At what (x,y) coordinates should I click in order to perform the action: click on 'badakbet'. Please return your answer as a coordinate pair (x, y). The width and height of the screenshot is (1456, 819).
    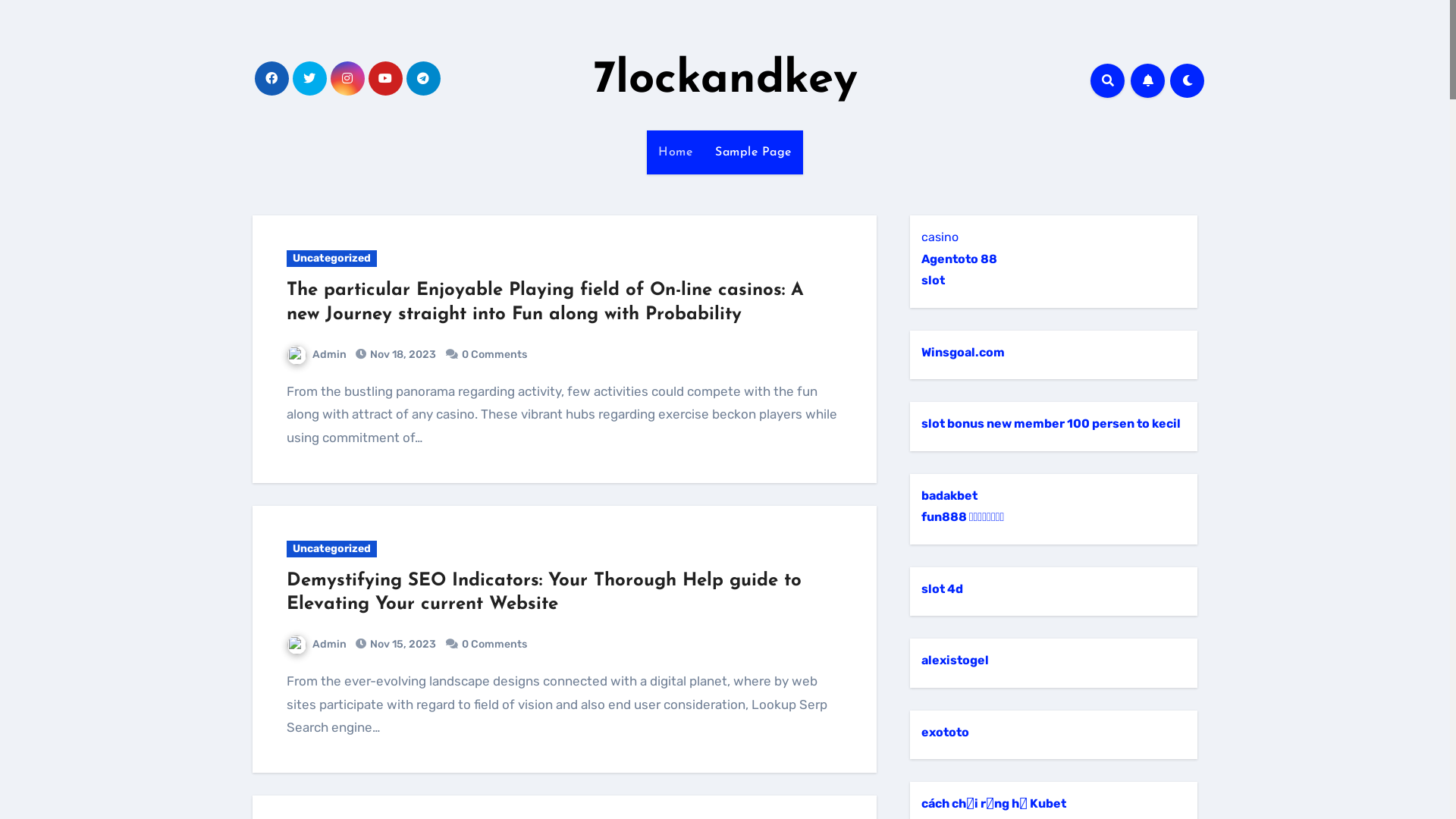
    Looking at the image, I should click on (949, 495).